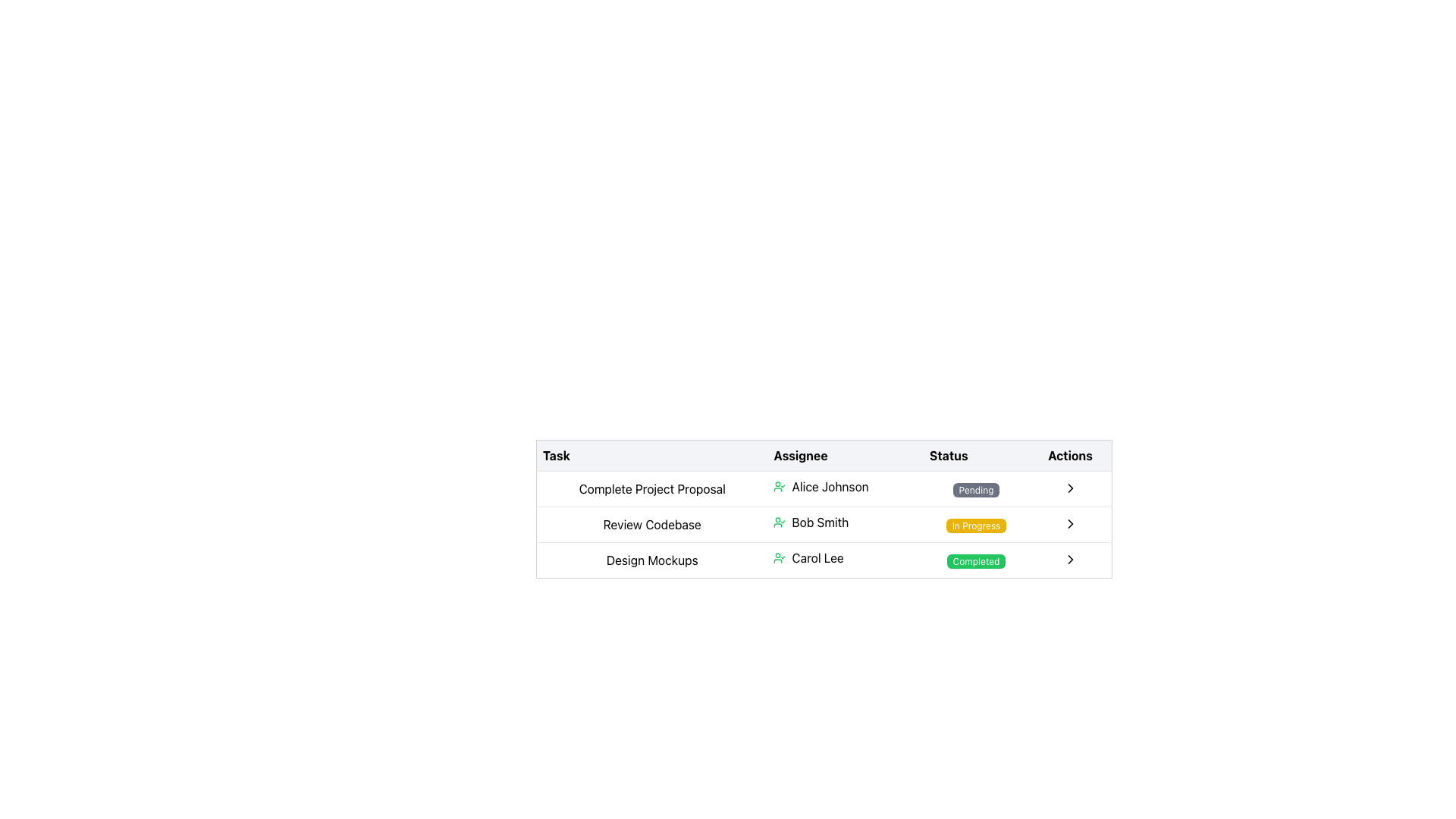  I want to click on the status indicator badge that shows 'In Progress' for the task 'Review Codebase' assigned to 'Bob Smith' in the second row of the 'Status' column, so click(976, 523).